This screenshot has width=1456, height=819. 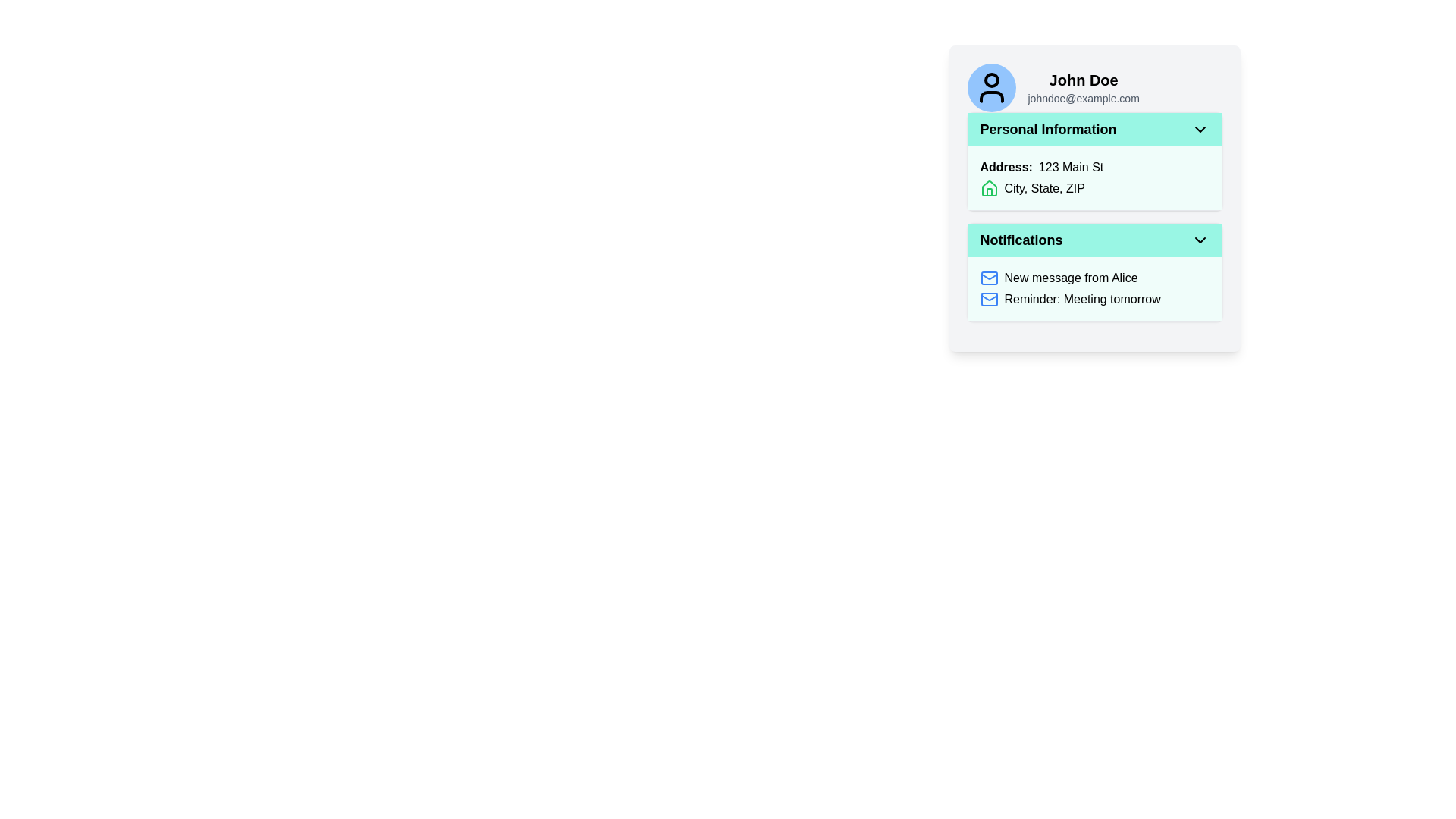 What do you see at coordinates (1199, 239) in the screenshot?
I see `the chevron icon located to the far right of the 'Notifications' header` at bounding box center [1199, 239].